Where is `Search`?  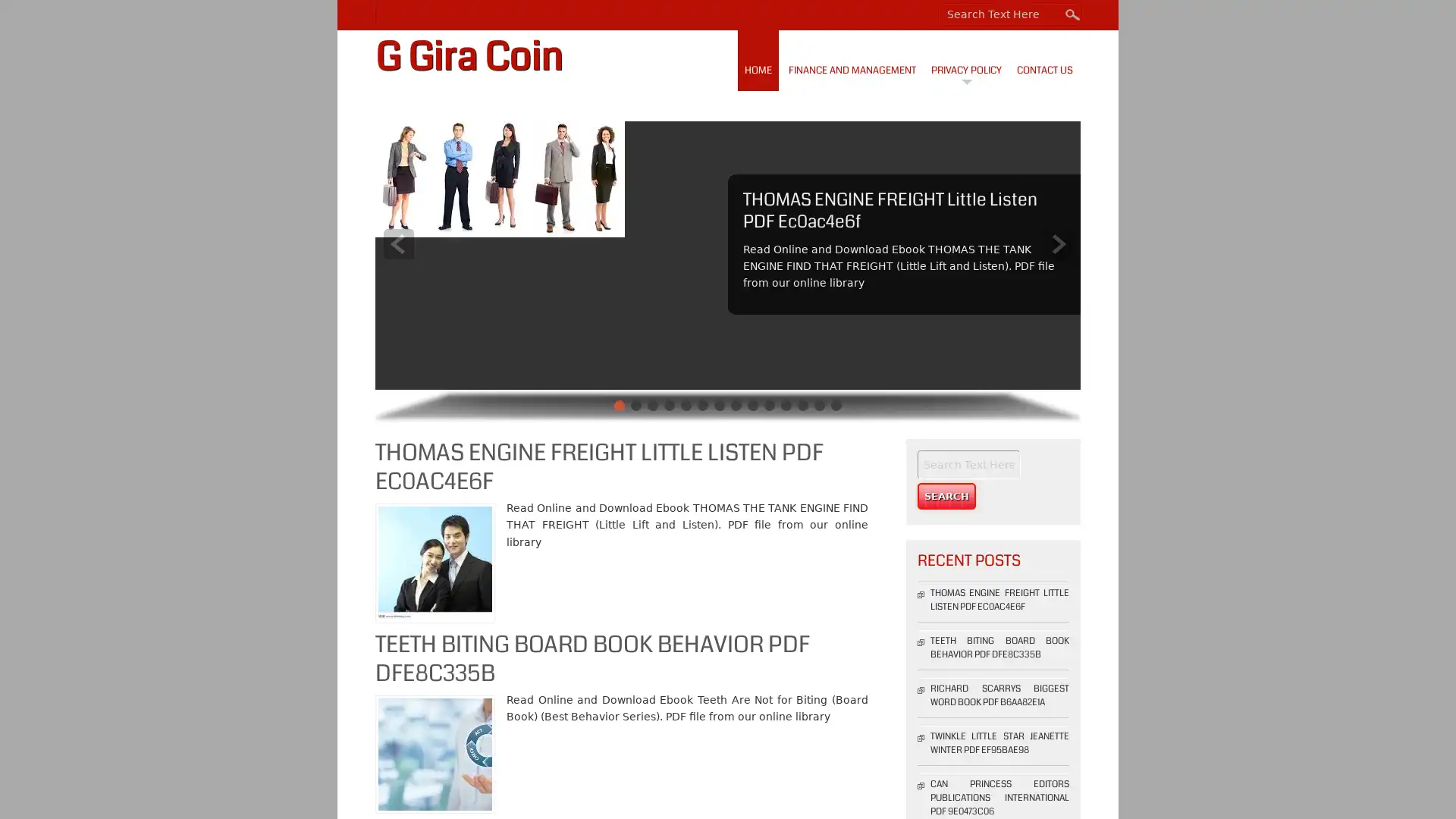 Search is located at coordinates (946, 496).